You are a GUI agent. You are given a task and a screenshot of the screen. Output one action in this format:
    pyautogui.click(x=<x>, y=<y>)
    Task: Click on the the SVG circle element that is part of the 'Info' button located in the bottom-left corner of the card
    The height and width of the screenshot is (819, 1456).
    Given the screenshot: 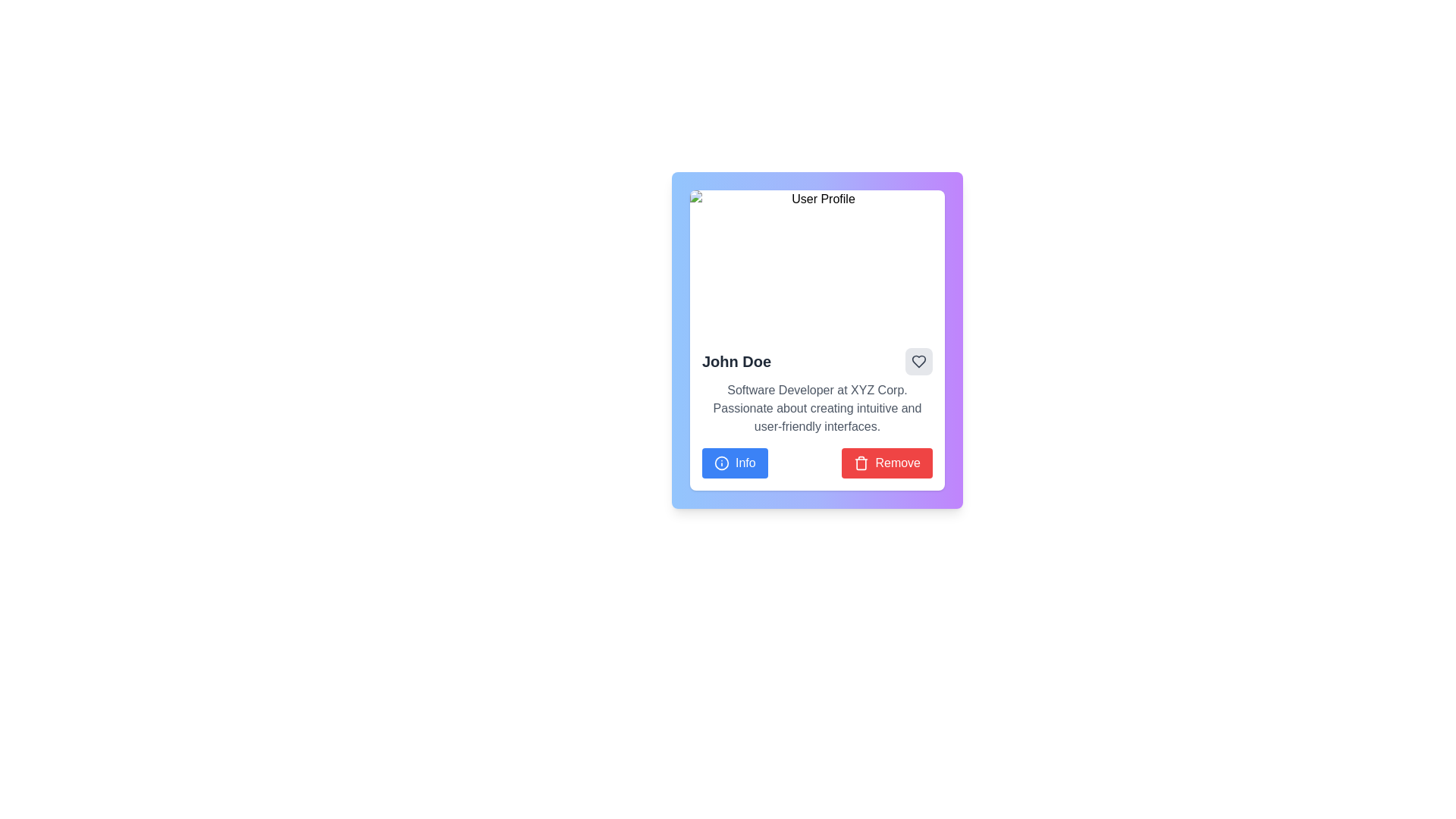 What is the action you would take?
    pyautogui.click(x=720, y=462)
    